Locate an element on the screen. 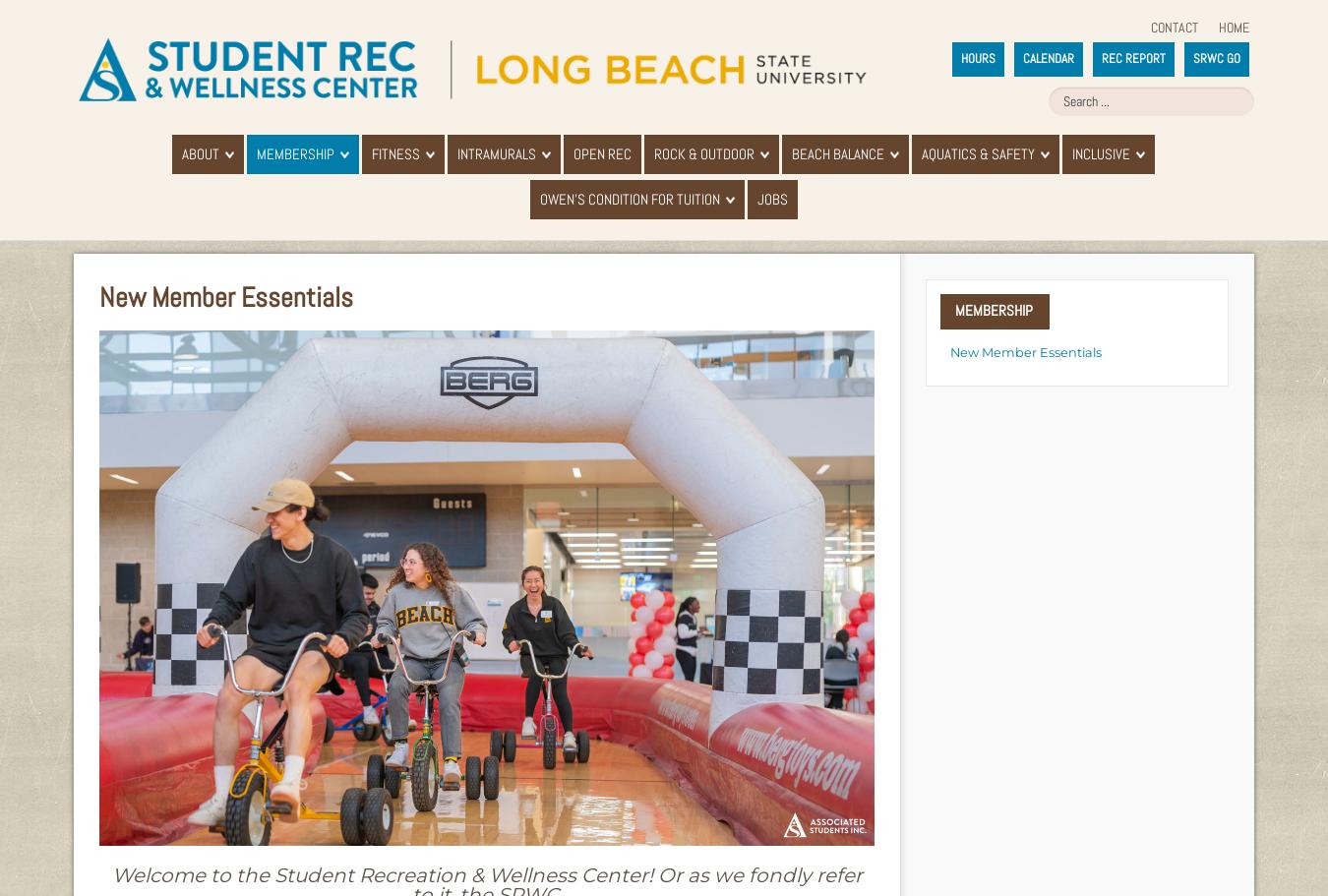 The width and height of the screenshot is (1328, 896). 'Open Rec' is located at coordinates (573, 153).